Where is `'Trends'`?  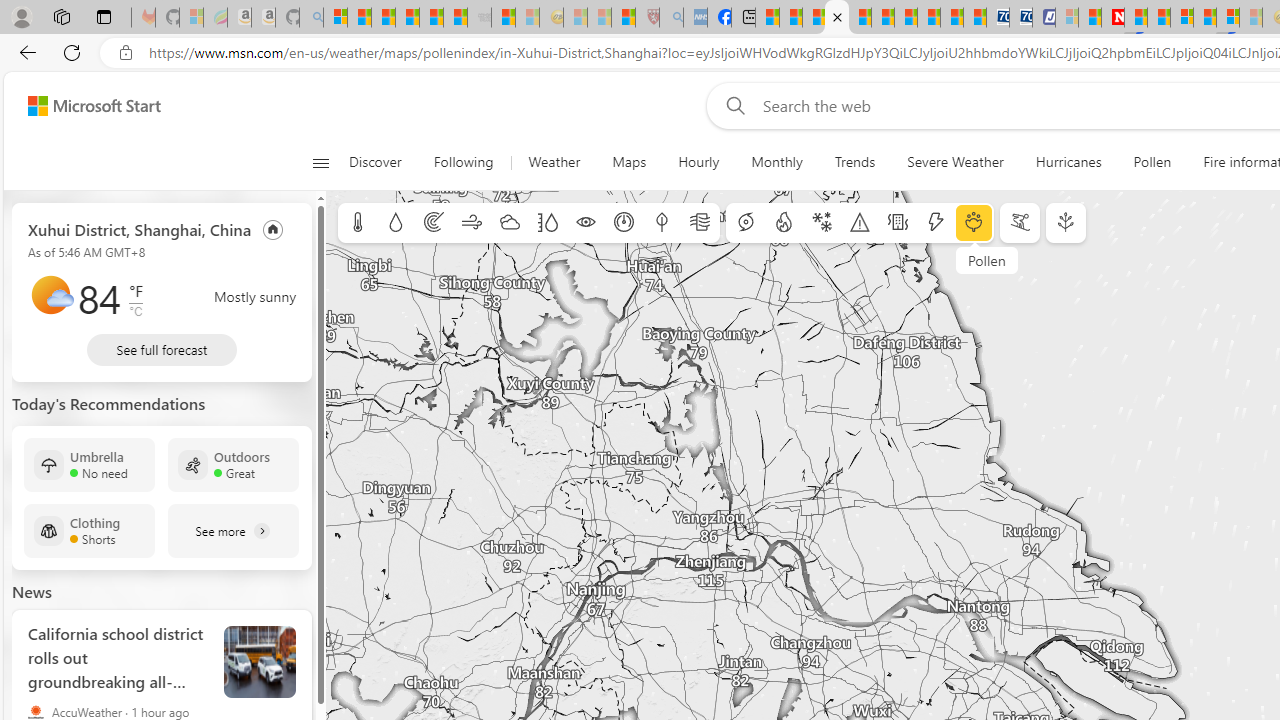 'Trends' is located at coordinates (855, 162).